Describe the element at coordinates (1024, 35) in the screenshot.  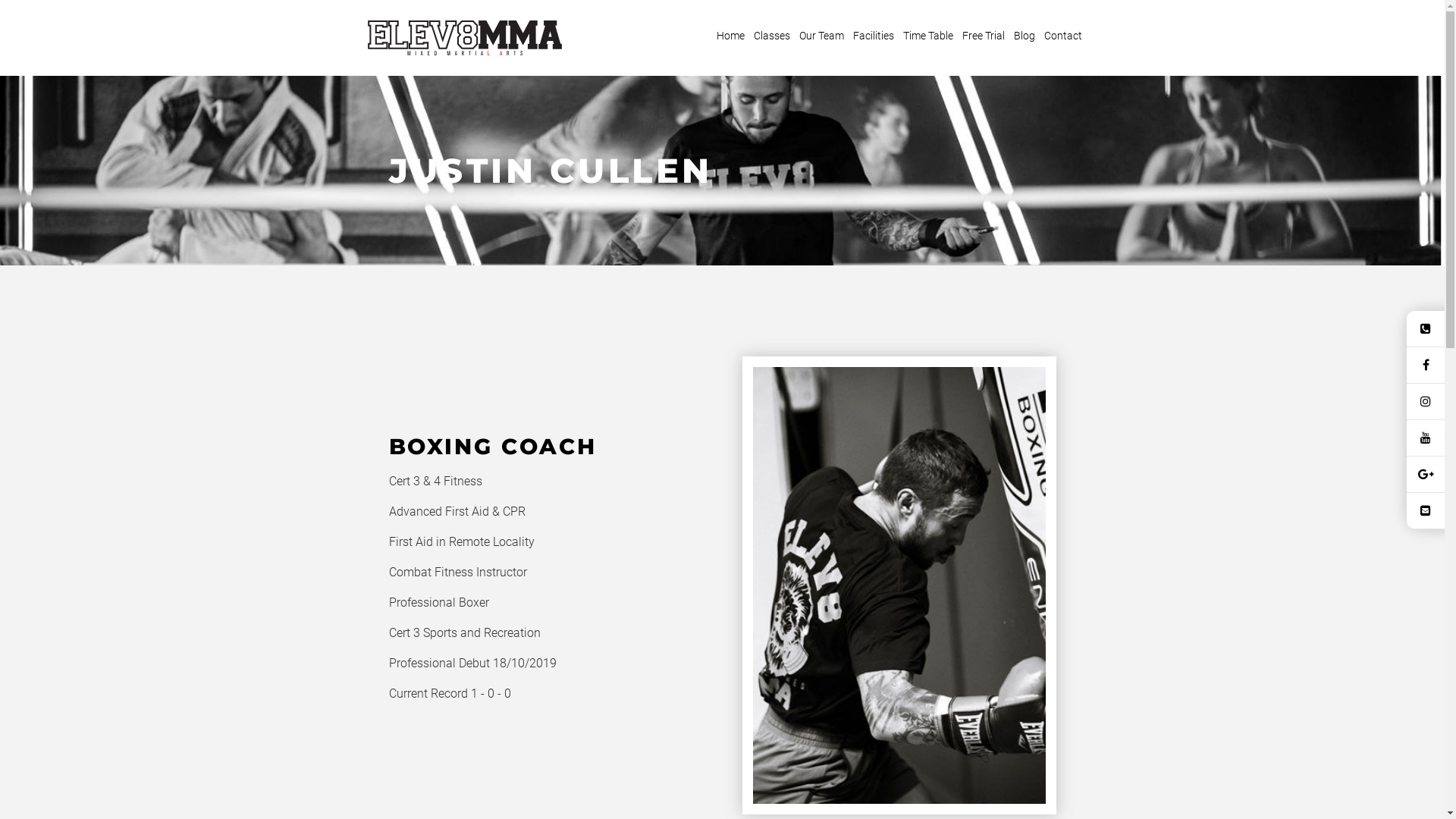
I see `'Blog'` at that location.